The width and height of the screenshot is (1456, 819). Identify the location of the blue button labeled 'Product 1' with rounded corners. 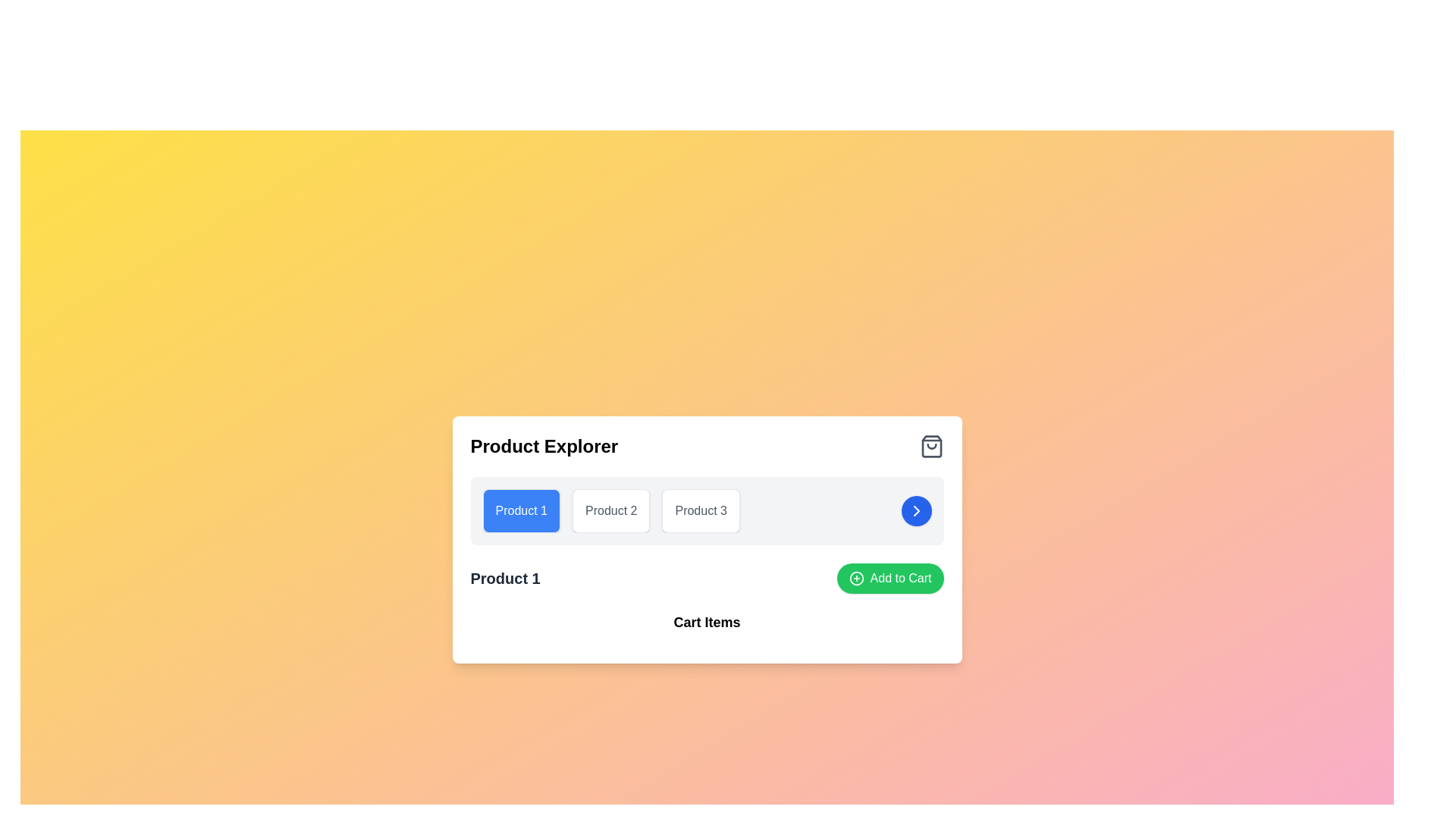
(521, 511).